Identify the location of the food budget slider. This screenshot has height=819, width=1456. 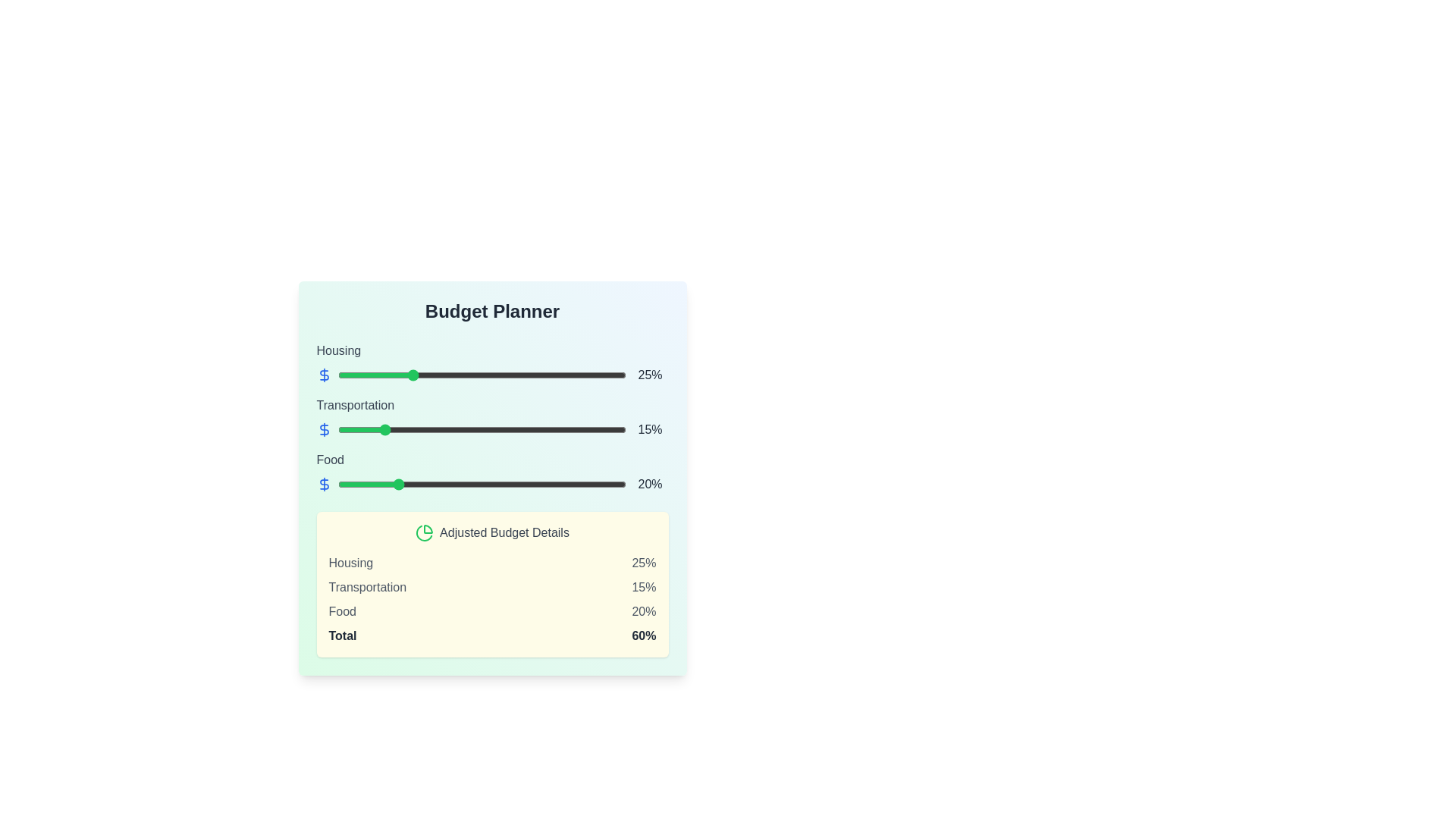
(426, 485).